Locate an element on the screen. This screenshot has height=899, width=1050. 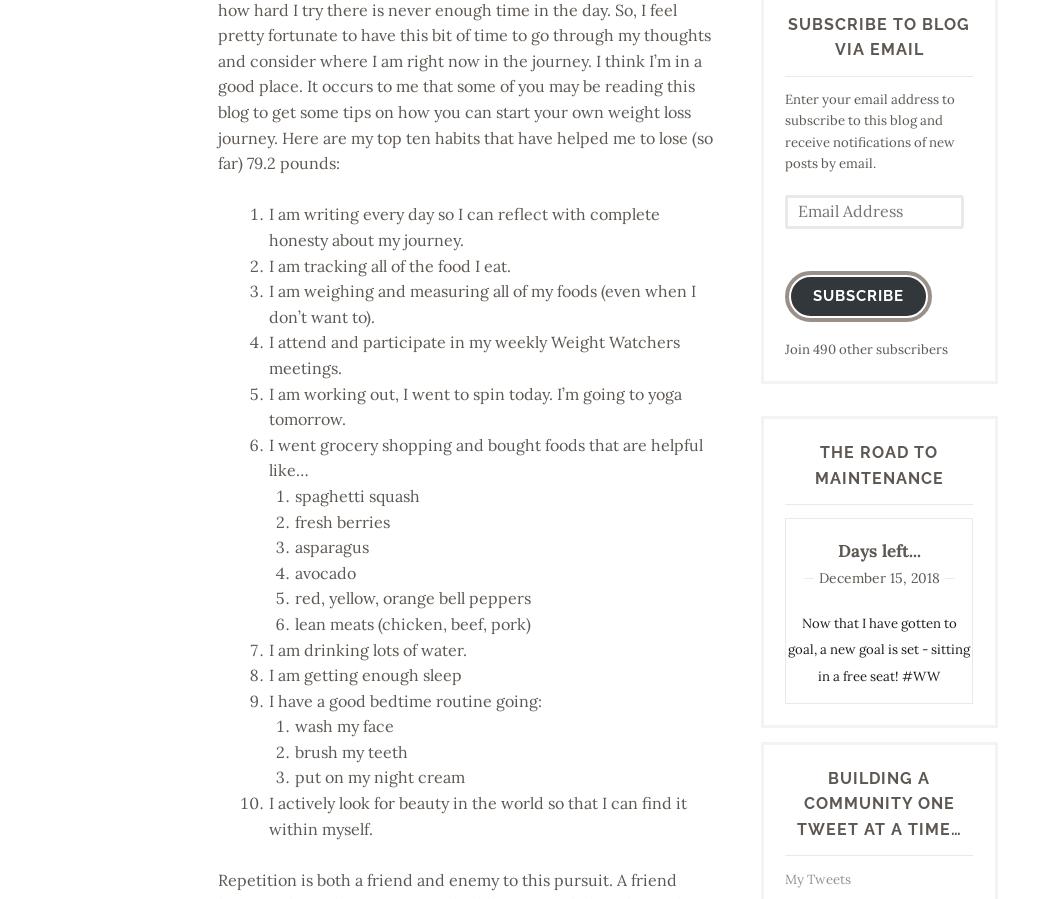
'My Tweets' is located at coordinates (816, 878).